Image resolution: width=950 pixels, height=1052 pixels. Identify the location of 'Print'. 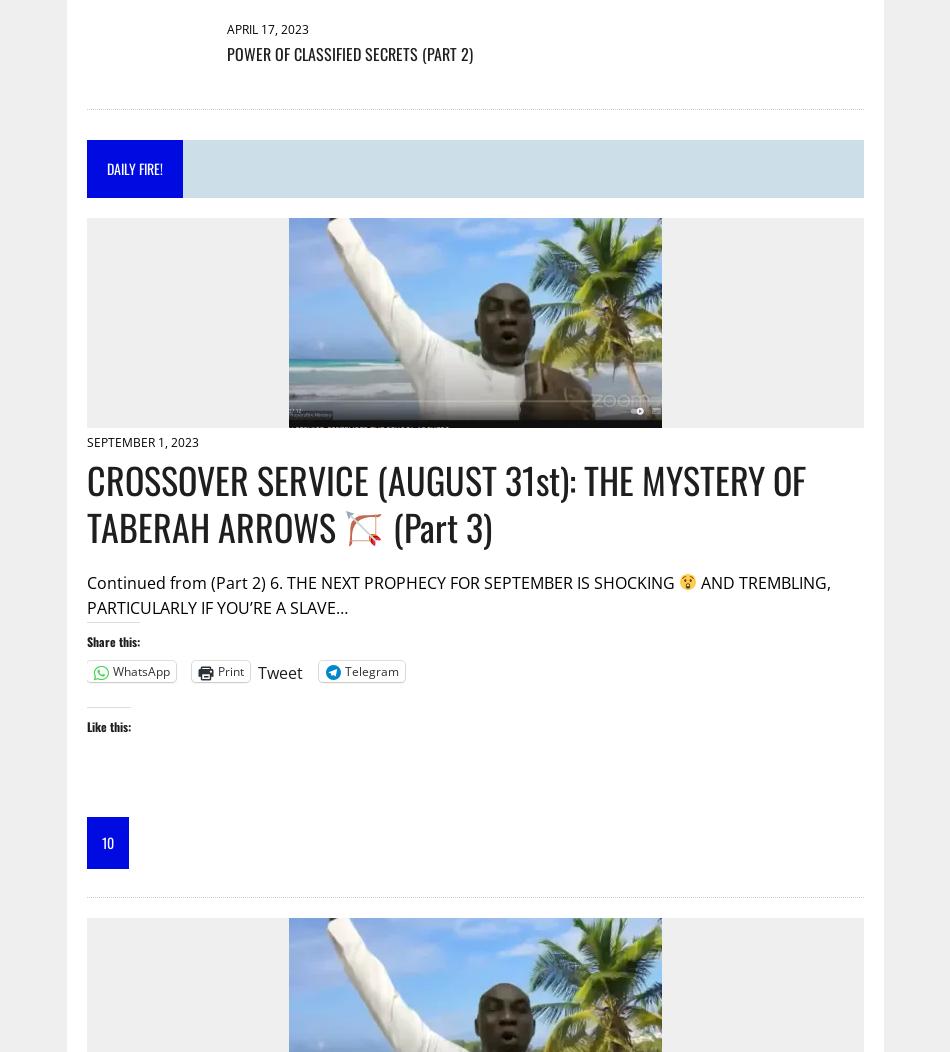
(229, 670).